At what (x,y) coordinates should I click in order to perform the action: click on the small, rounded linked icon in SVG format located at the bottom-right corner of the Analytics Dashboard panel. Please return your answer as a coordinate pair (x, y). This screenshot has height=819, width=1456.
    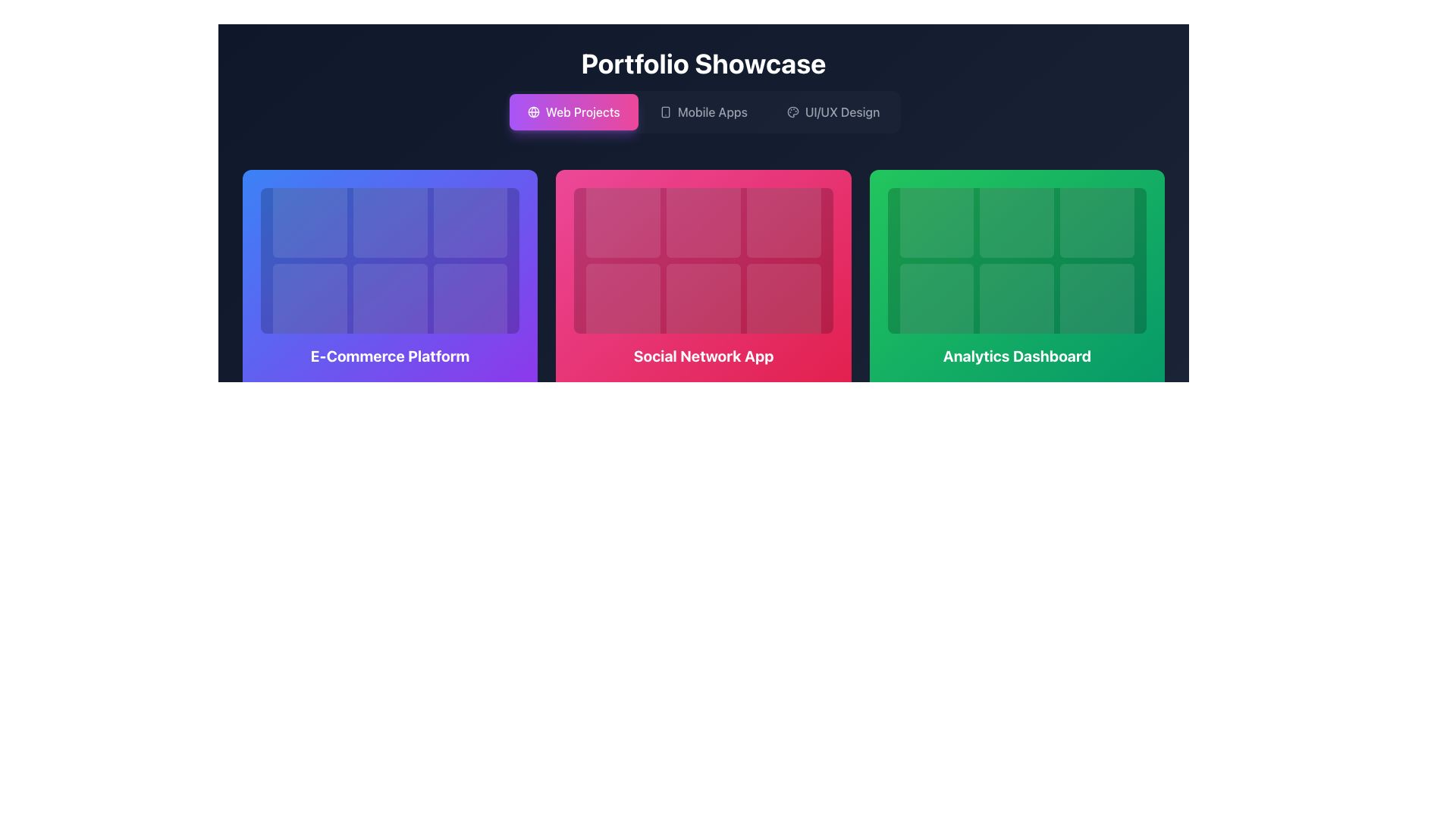
    Looking at the image, I should click on (1103, 388).